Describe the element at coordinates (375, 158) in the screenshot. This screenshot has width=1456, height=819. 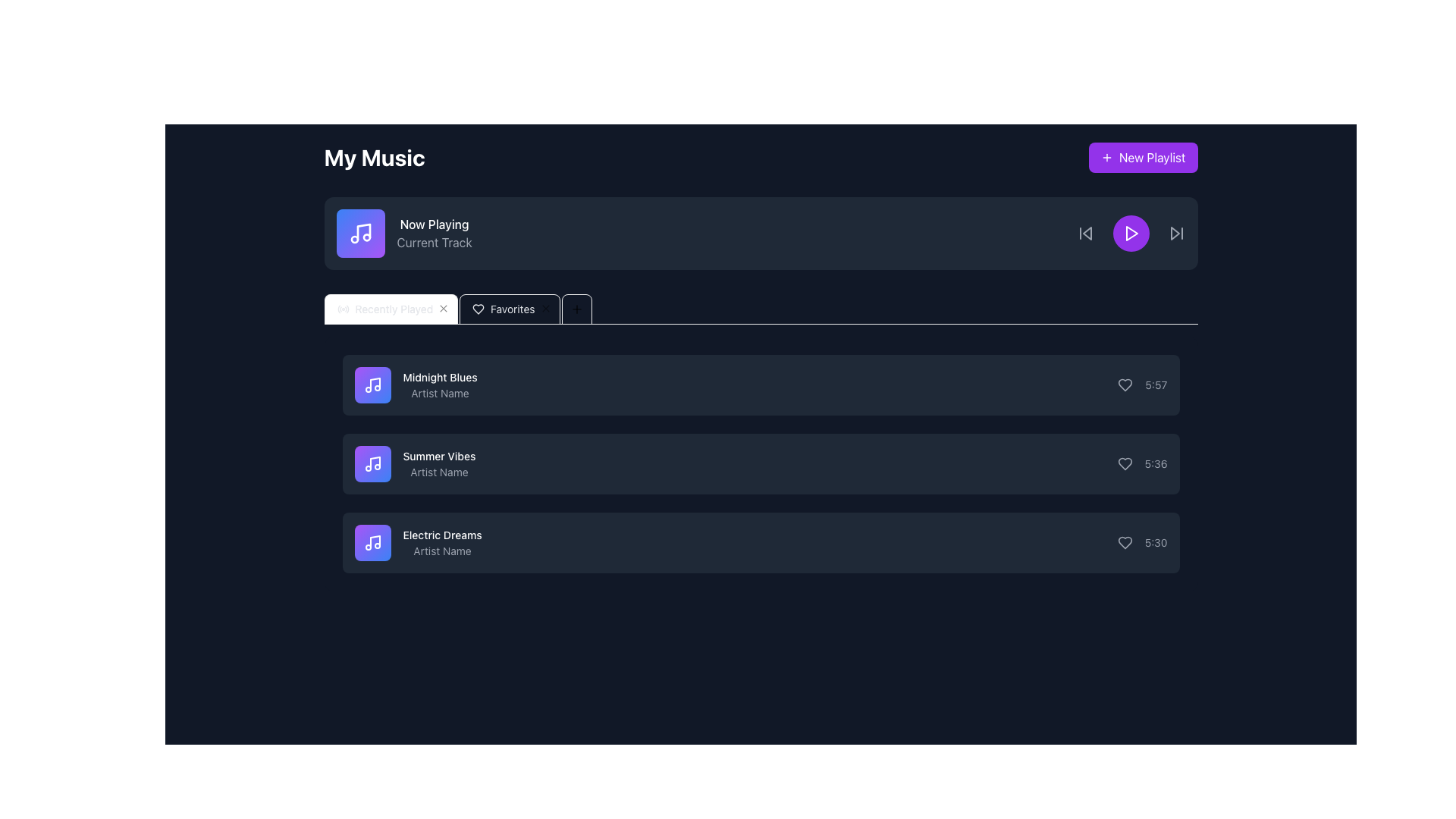
I see `the static text or heading that serves as the title for the current page, indicating 'My Music', located on the top-left side of the interface` at that location.